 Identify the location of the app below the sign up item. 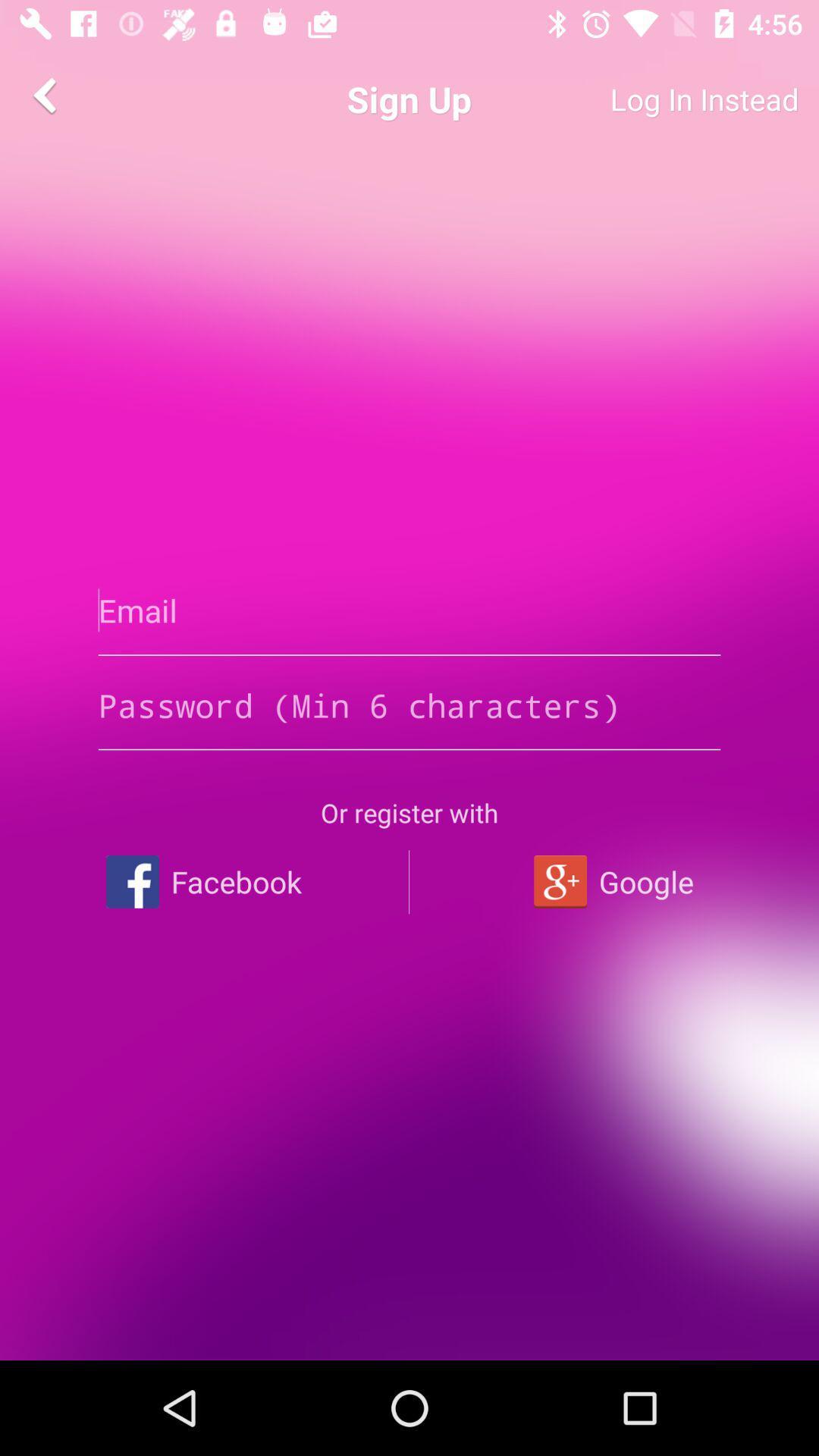
(409, 610).